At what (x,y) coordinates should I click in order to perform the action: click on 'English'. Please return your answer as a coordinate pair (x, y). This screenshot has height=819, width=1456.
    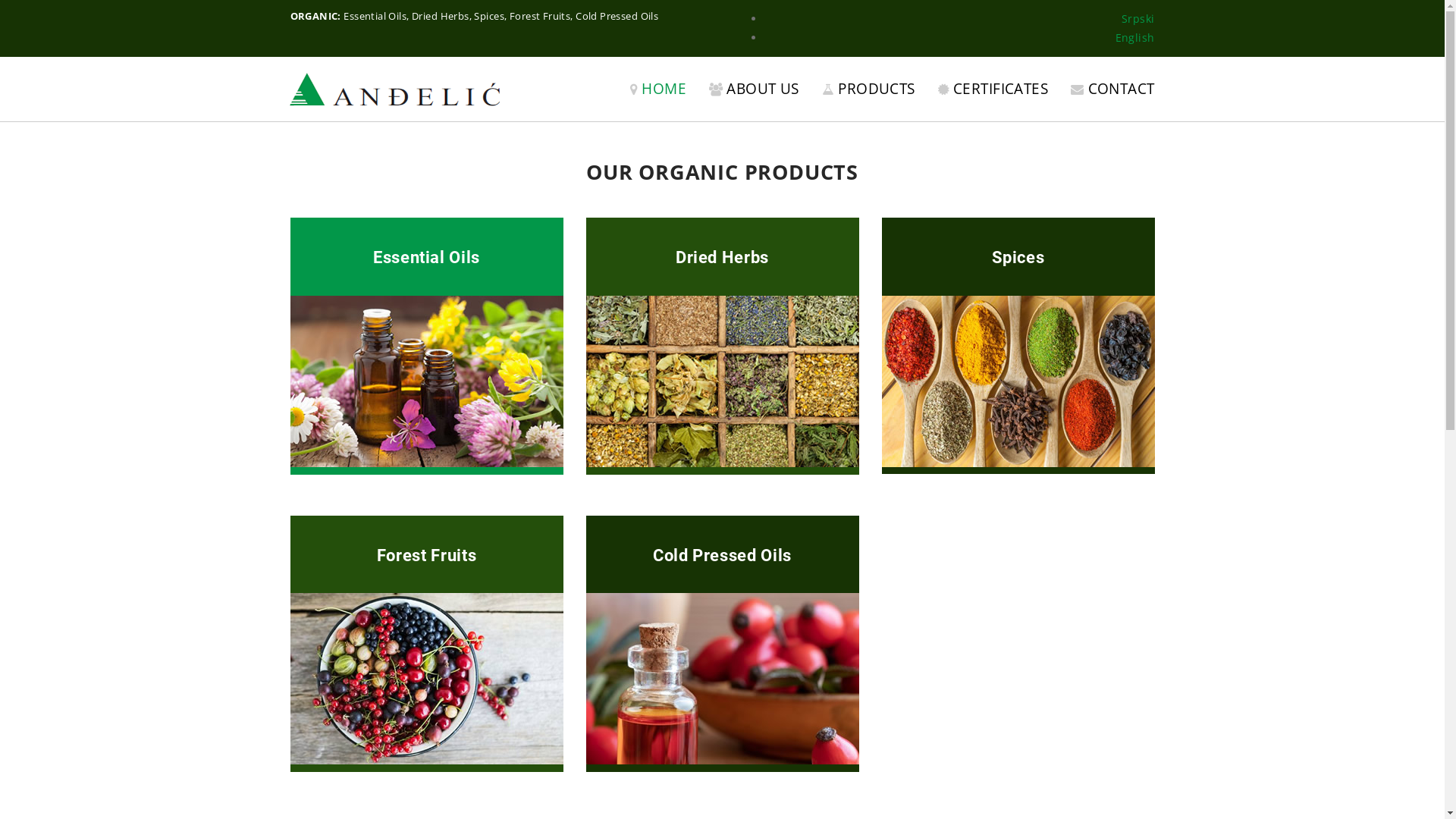
    Looking at the image, I should click on (1135, 36).